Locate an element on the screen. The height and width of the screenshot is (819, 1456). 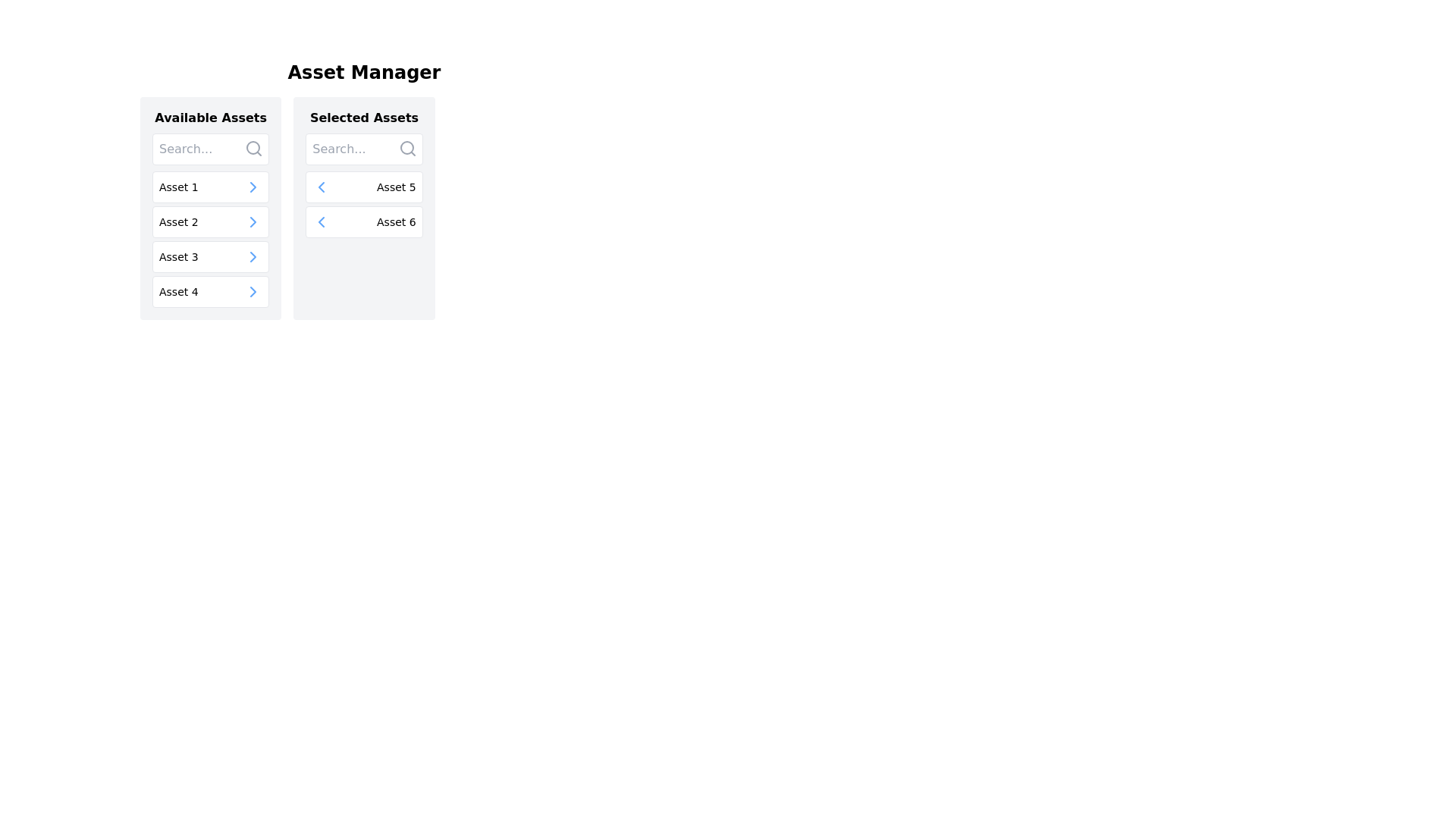
the selectable list item for 'Asset 4' located in the 'Available Assets' column, which is the fourth item in the list is located at coordinates (210, 292).